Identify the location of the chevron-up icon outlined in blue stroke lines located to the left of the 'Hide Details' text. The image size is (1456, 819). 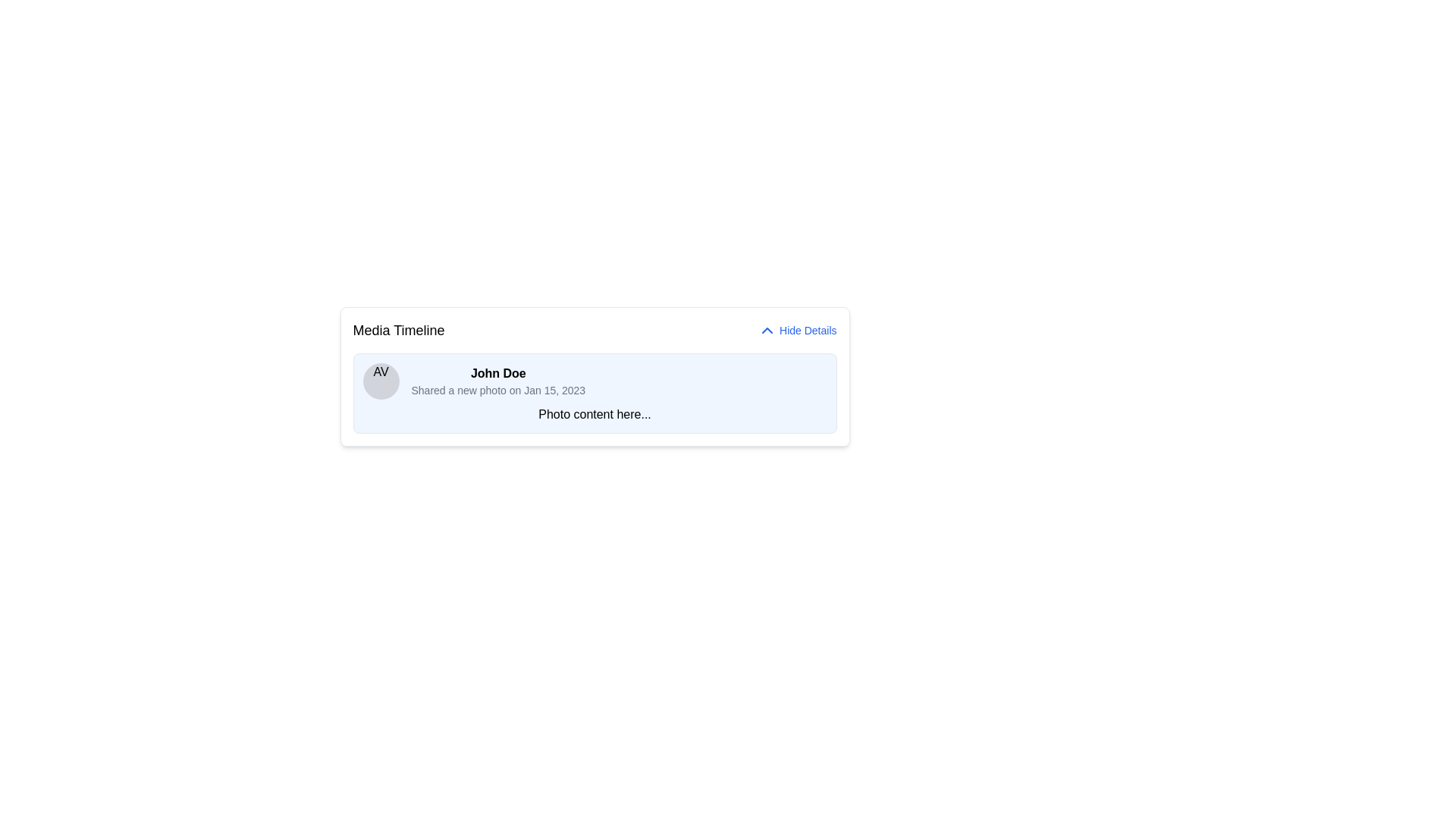
(767, 329).